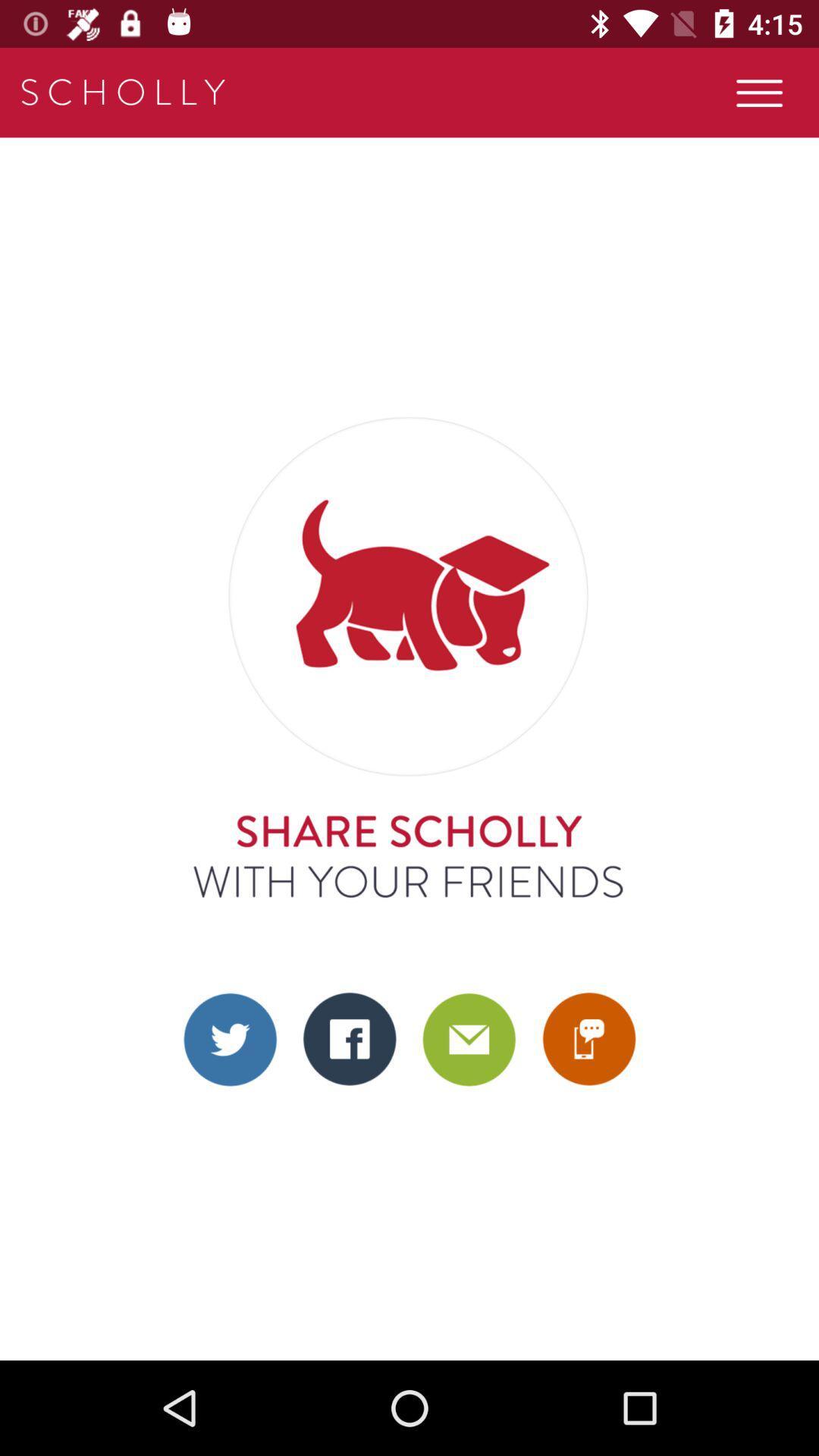  Describe the element at coordinates (759, 92) in the screenshot. I see `the menu icon` at that location.